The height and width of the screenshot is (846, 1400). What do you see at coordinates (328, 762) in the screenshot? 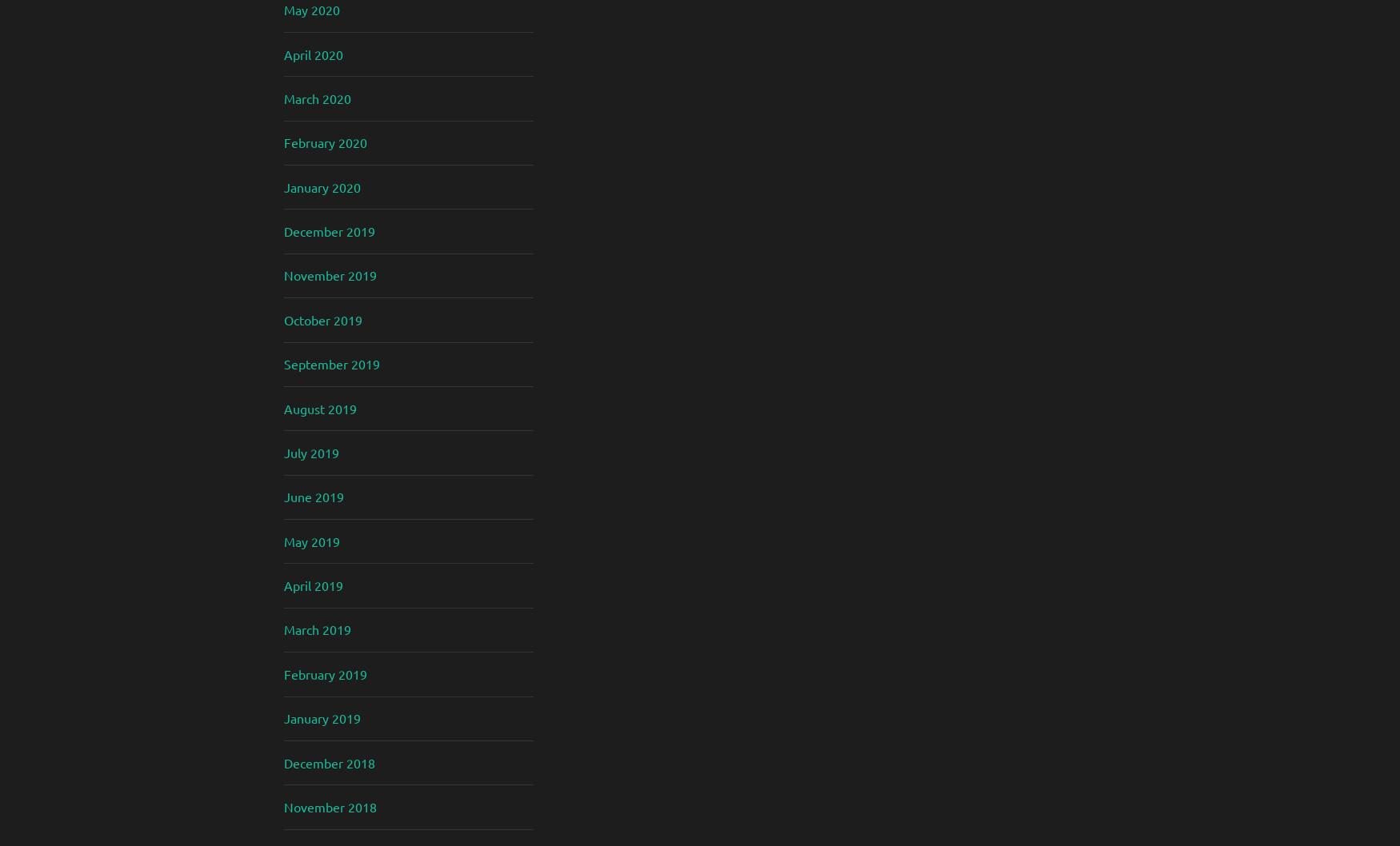
I see `'December 2018'` at bounding box center [328, 762].